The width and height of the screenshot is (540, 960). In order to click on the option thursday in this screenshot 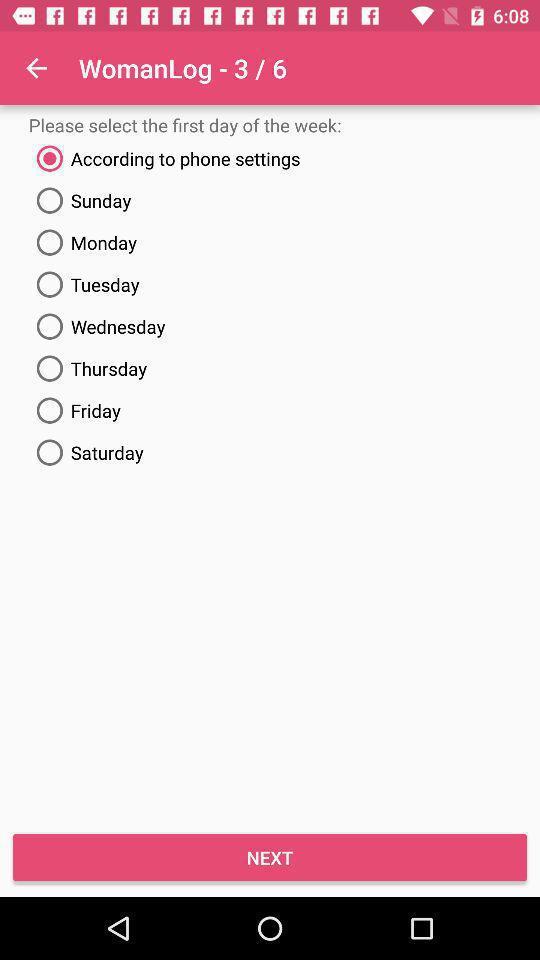, I will do `click(270, 368)`.